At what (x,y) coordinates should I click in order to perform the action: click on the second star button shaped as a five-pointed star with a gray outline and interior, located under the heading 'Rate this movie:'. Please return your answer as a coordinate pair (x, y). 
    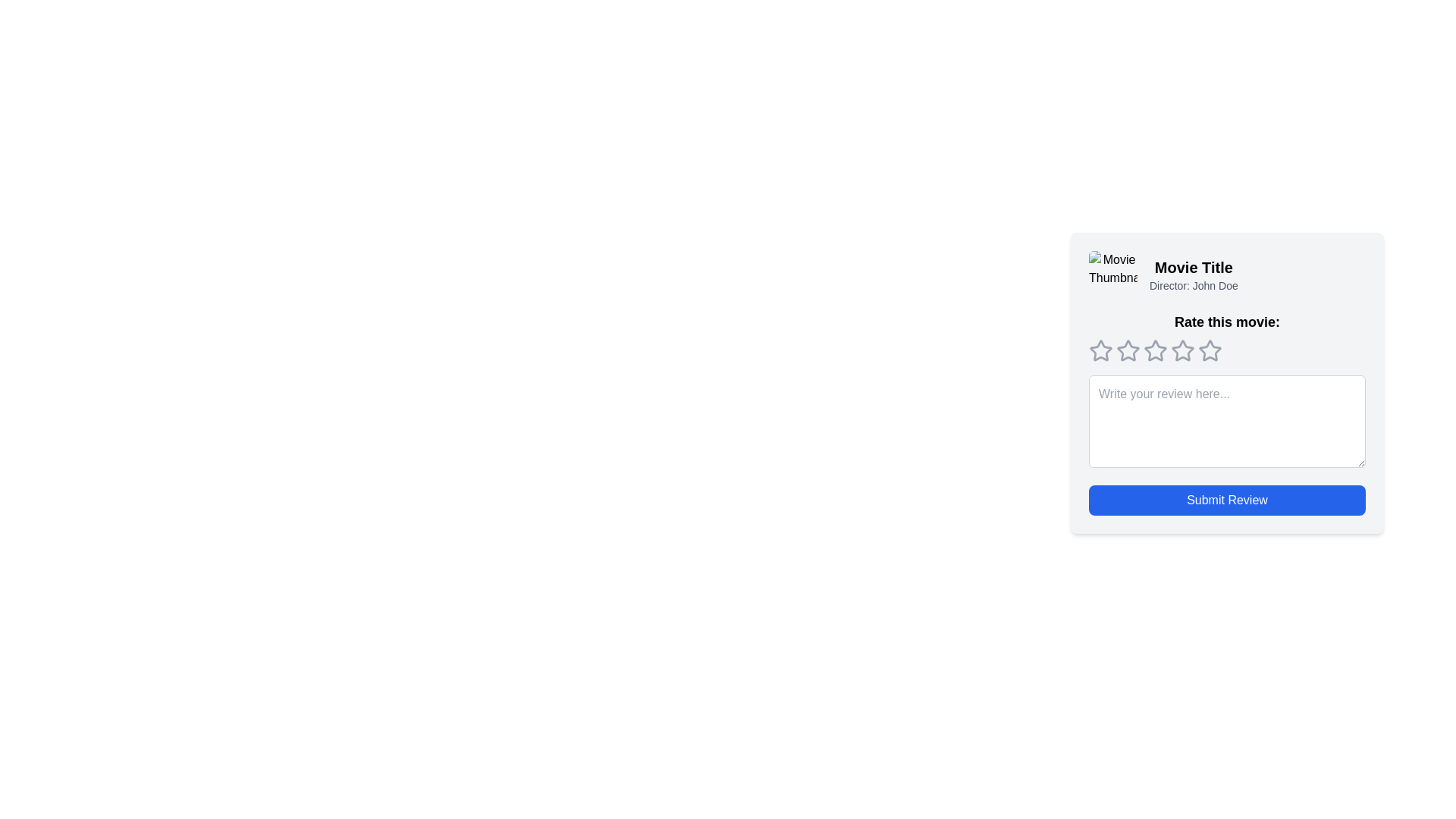
    Looking at the image, I should click on (1128, 350).